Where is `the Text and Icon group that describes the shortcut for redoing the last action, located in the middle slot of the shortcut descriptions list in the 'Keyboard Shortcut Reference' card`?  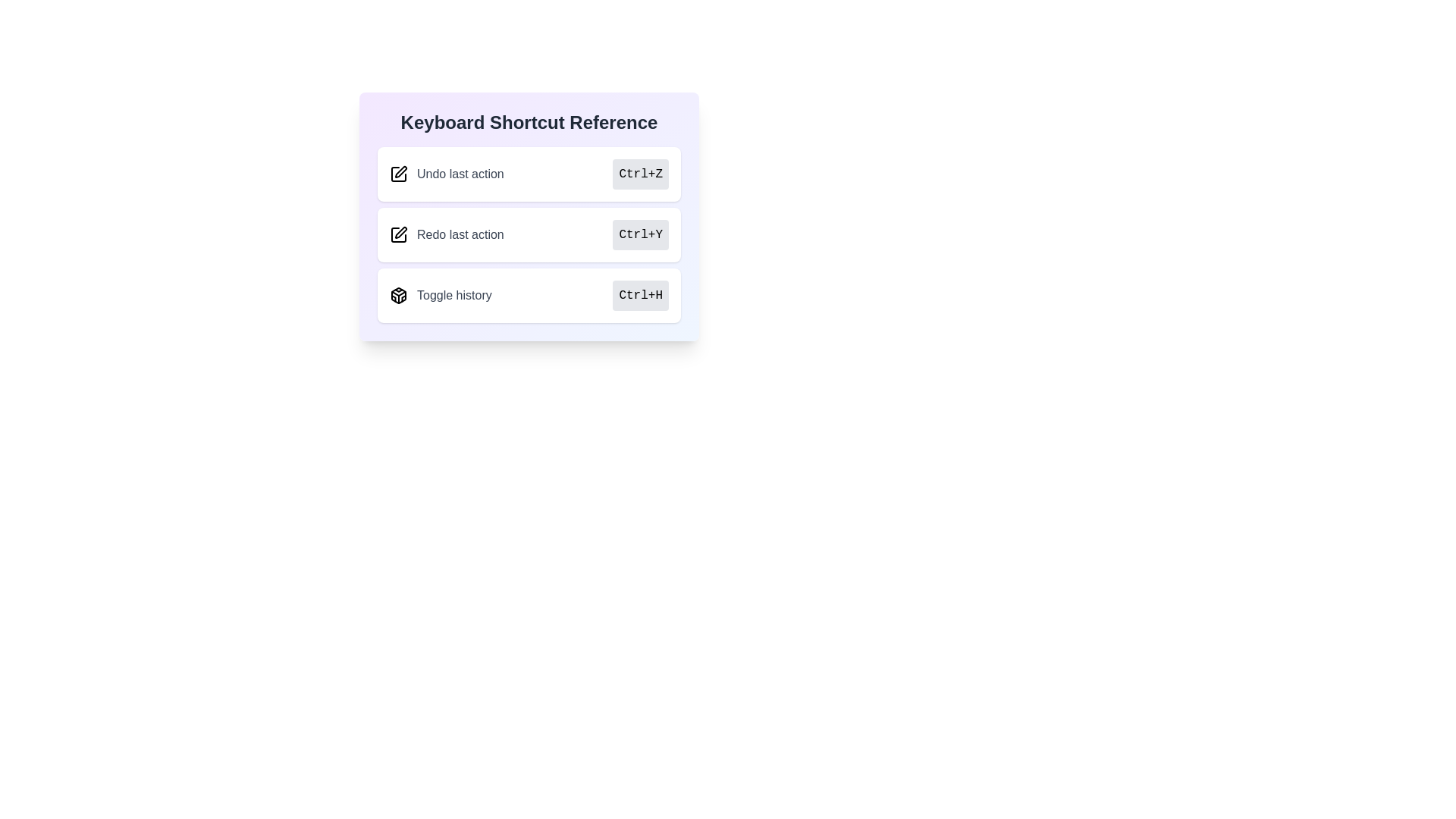 the Text and Icon group that describes the shortcut for redoing the last action, located in the middle slot of the shortcut descriptions list in the 'Keyboard Shortcut Reference' card is located at coordinates (446, 234).